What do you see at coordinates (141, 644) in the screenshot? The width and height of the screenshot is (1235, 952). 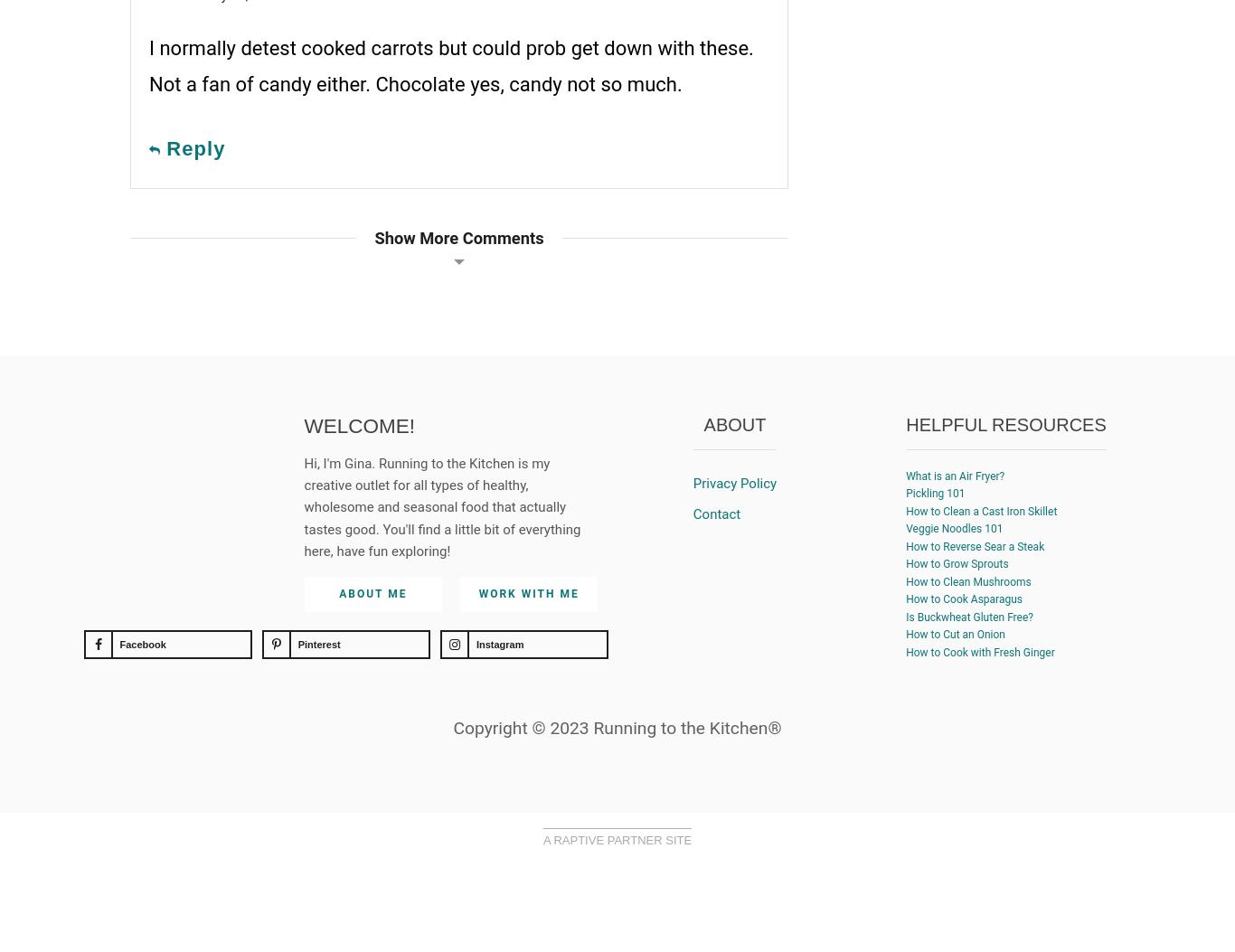 I see `'Facebook'` at bounding box center [141, 644].